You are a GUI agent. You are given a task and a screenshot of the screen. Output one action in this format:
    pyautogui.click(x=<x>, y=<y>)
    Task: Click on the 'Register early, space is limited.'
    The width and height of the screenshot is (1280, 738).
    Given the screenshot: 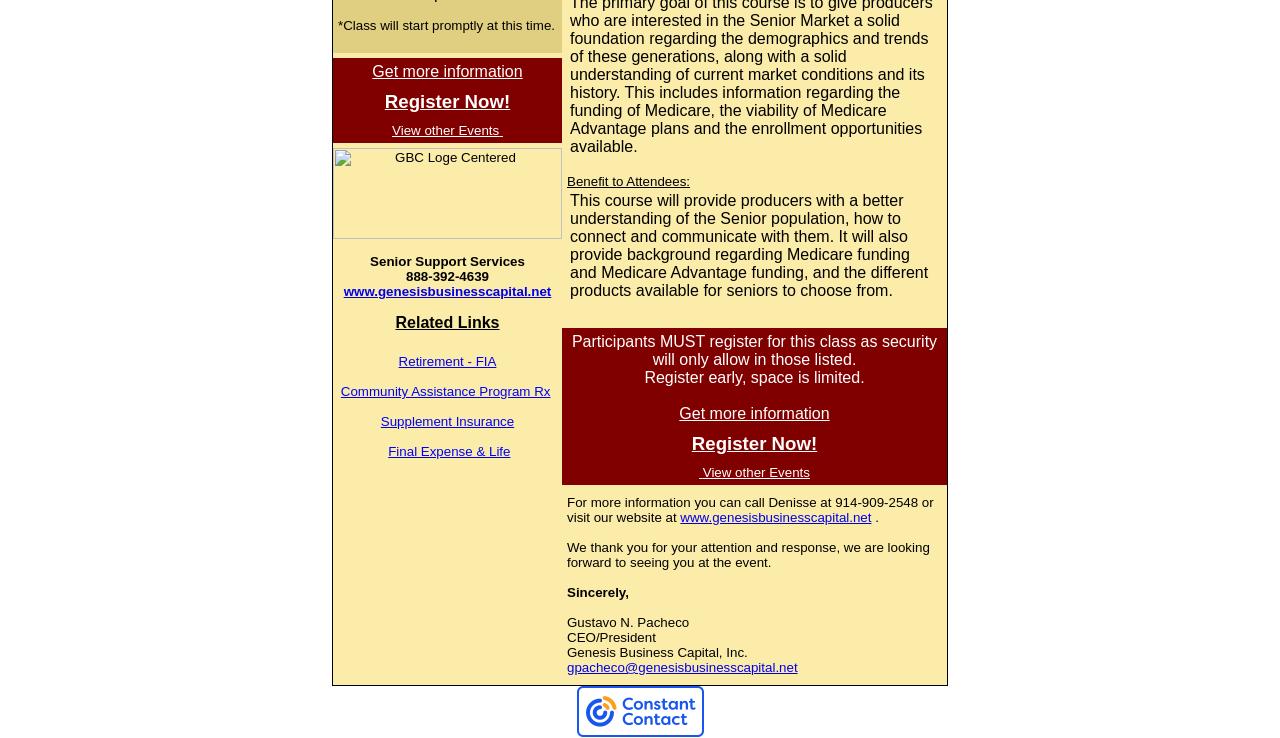 What is the action you would take?
    pyautogui.click(x=753, y=376)
    